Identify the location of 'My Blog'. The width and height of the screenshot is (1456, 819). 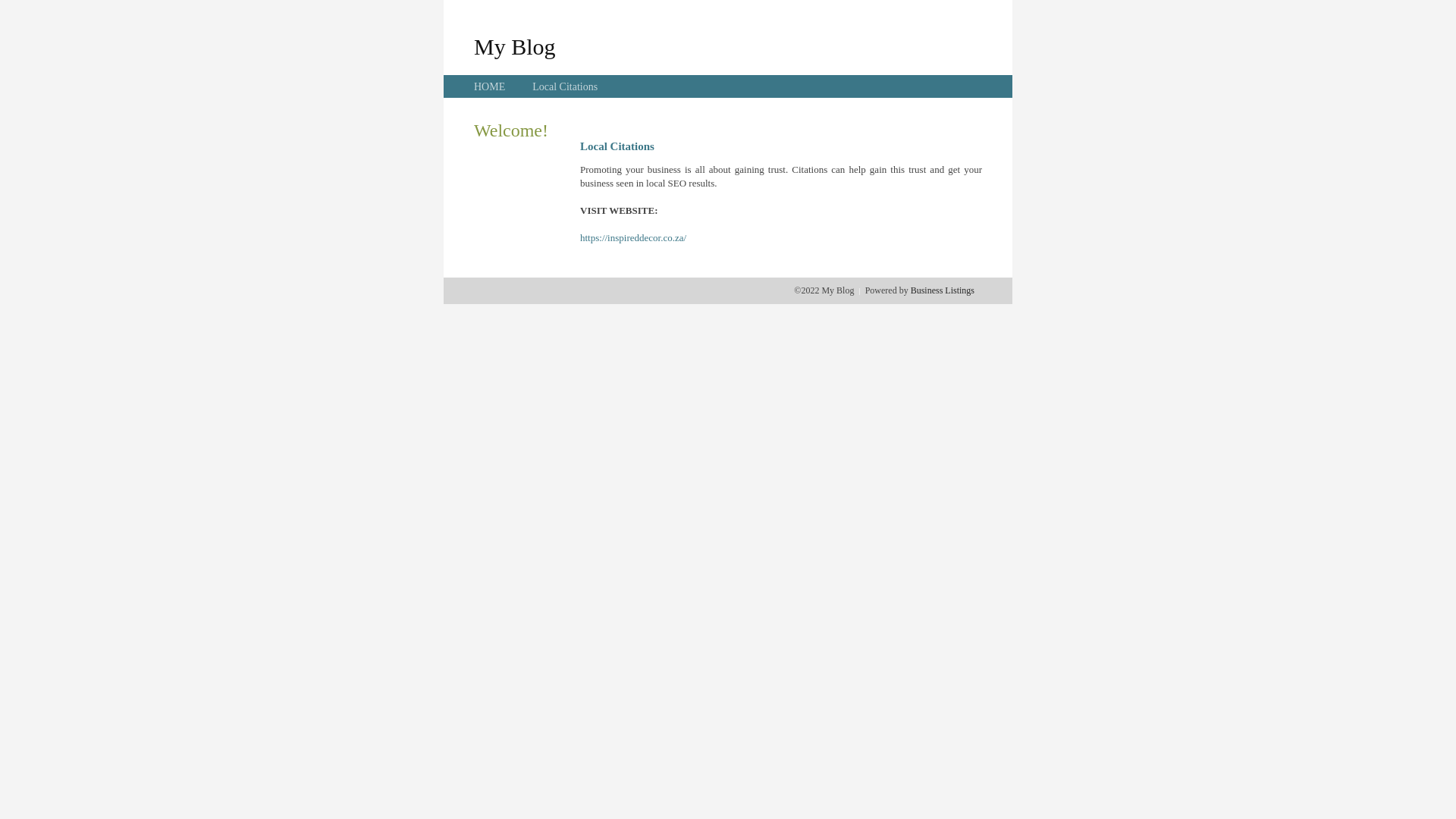
(514, 45).